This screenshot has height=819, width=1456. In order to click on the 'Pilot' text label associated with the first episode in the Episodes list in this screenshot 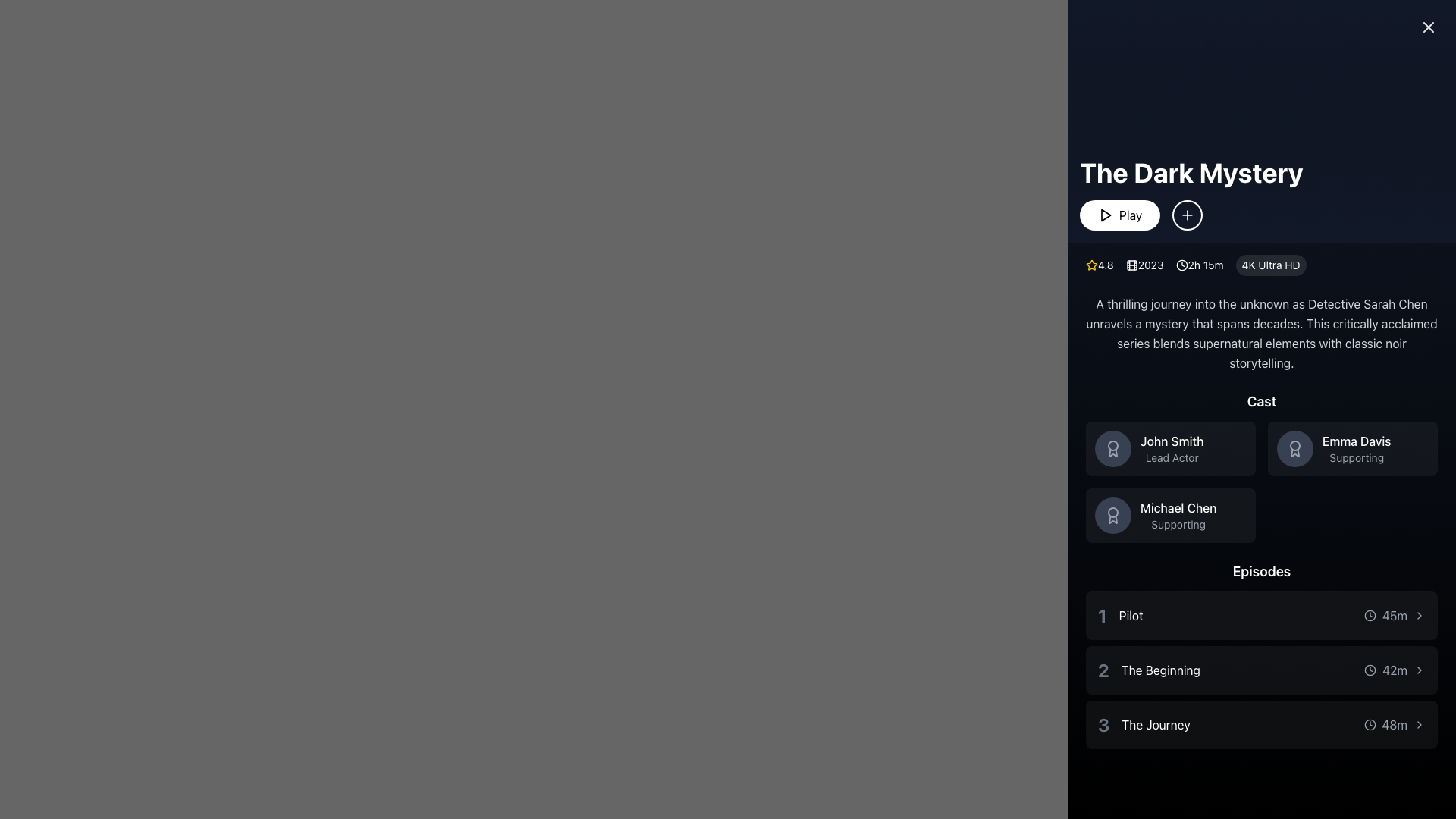, I will do `click(1131, 616)`.